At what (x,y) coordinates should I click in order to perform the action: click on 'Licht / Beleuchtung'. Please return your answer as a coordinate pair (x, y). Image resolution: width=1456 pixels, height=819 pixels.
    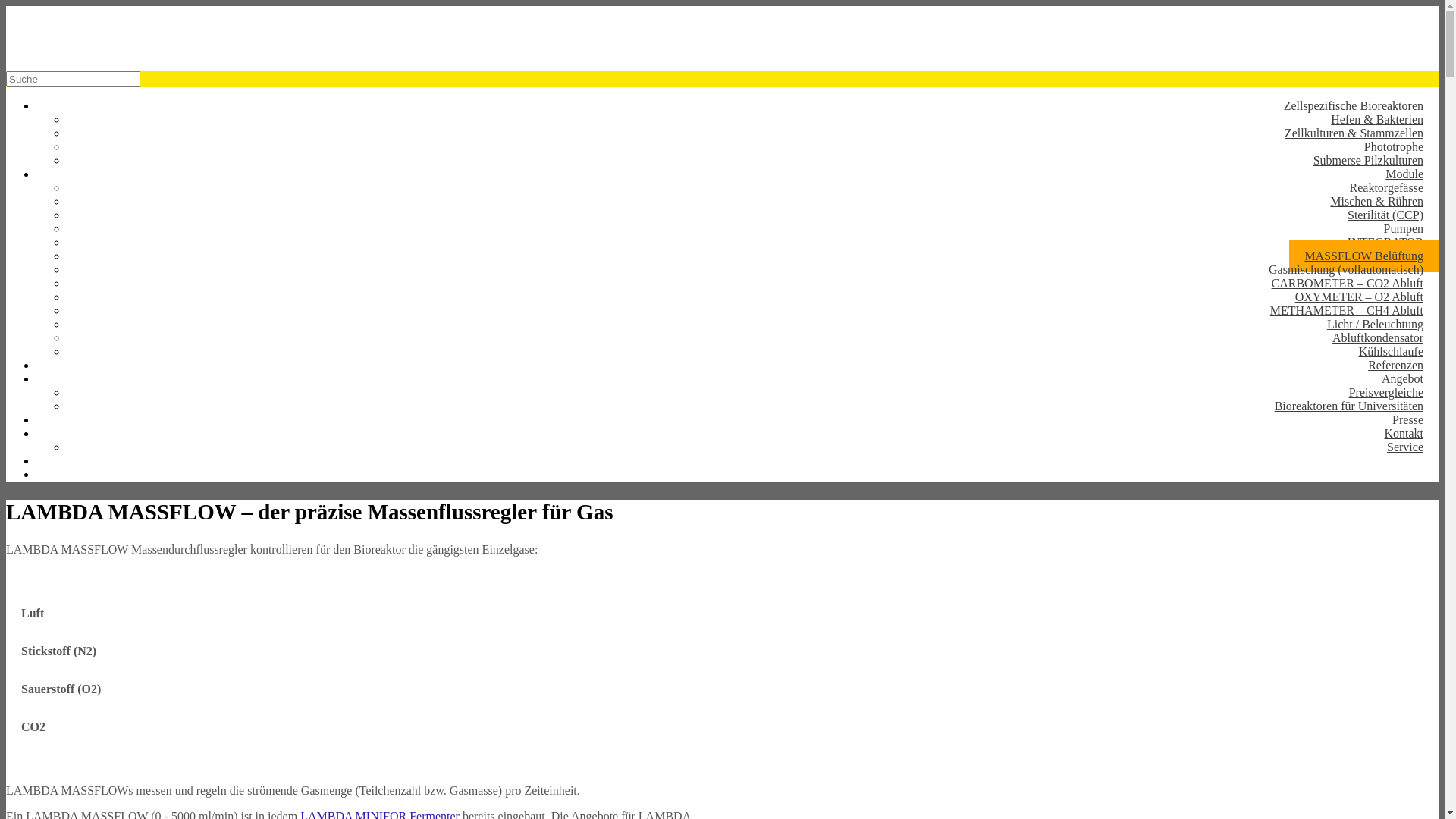
    Looking at the image, I should click on (1375, 323).